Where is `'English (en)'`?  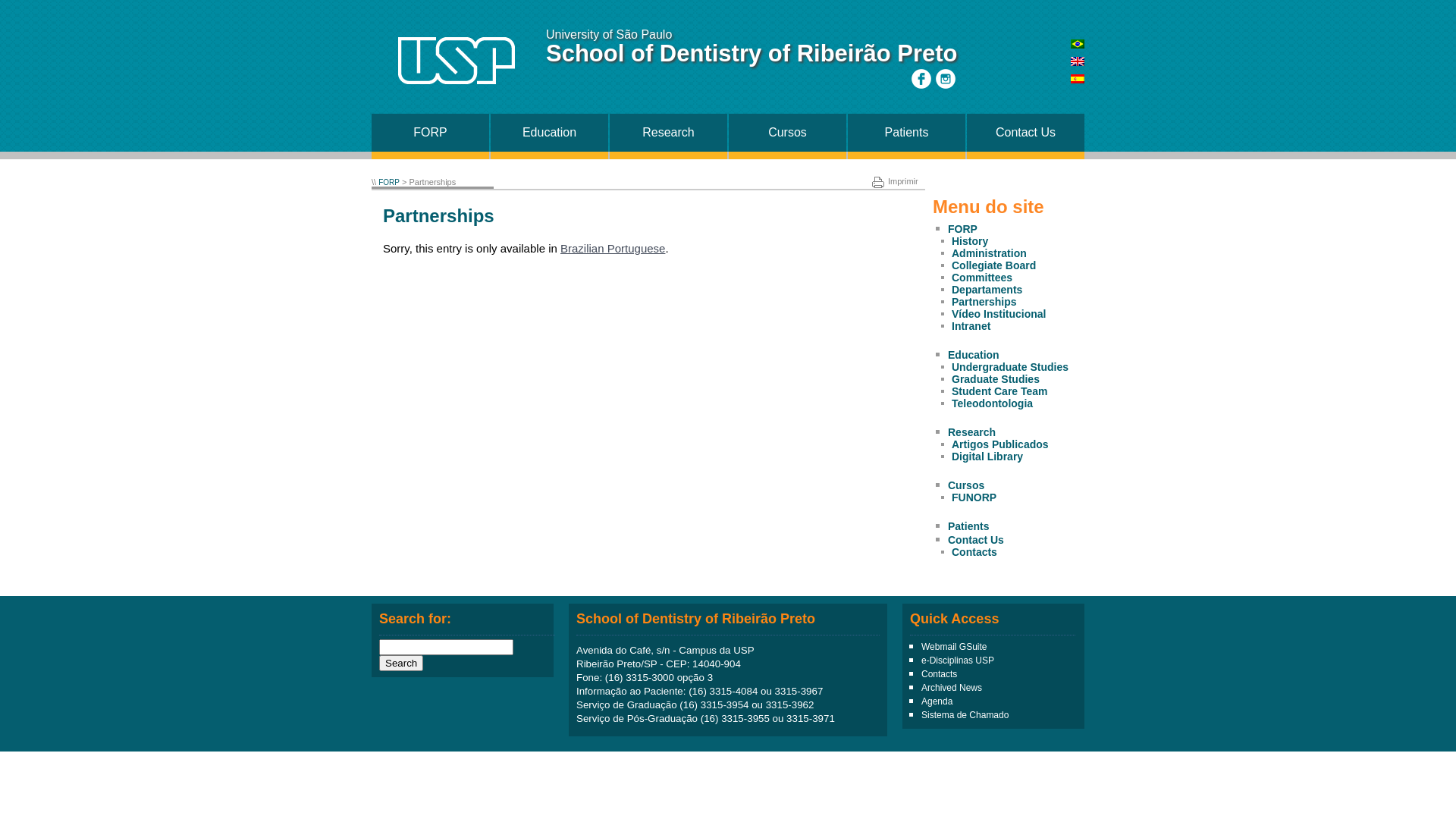
'English (en)' is located at coordinates (1076, 61).